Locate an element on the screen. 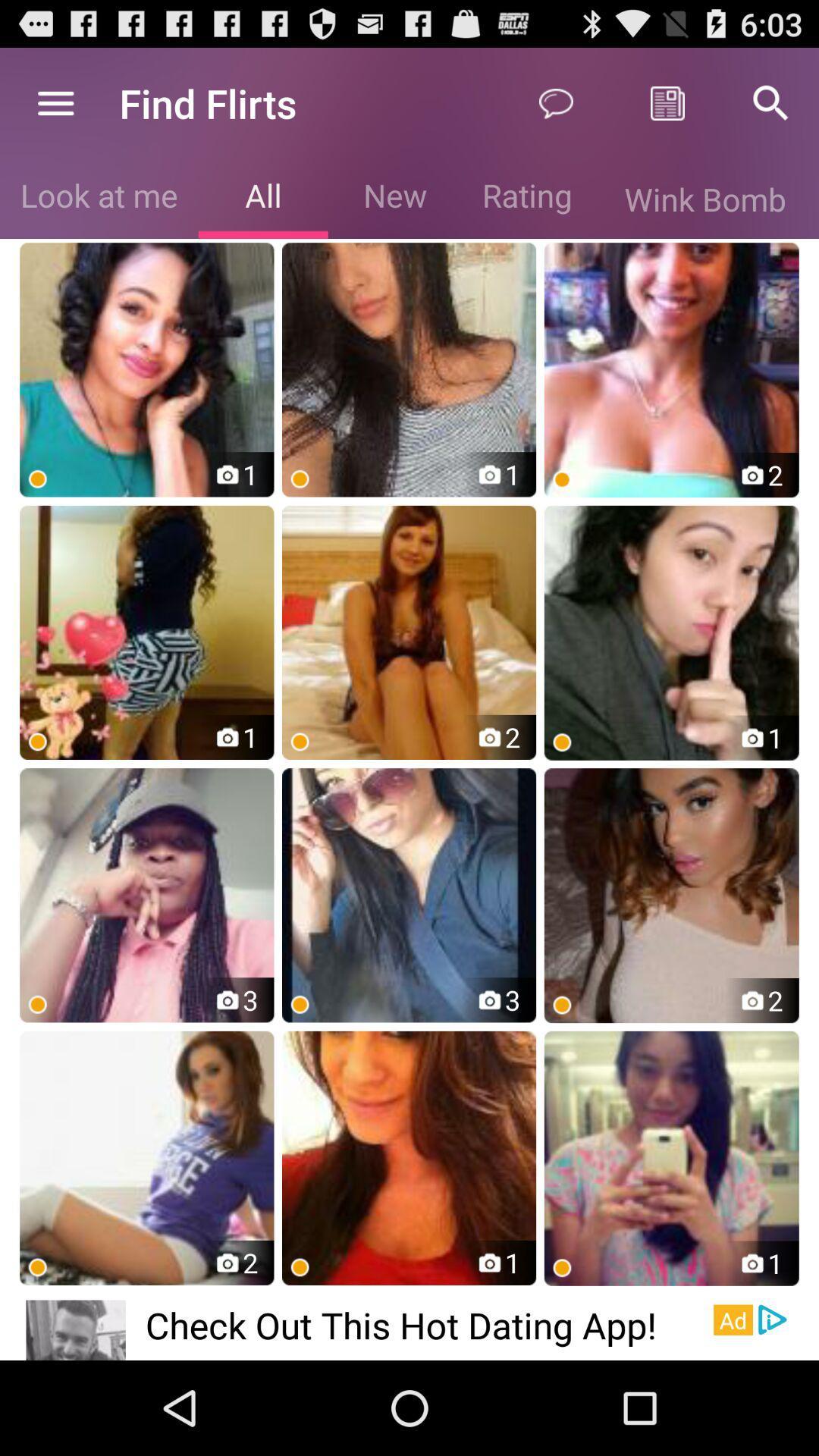  icon above the look at me icon is located at coordinates (55, 102).